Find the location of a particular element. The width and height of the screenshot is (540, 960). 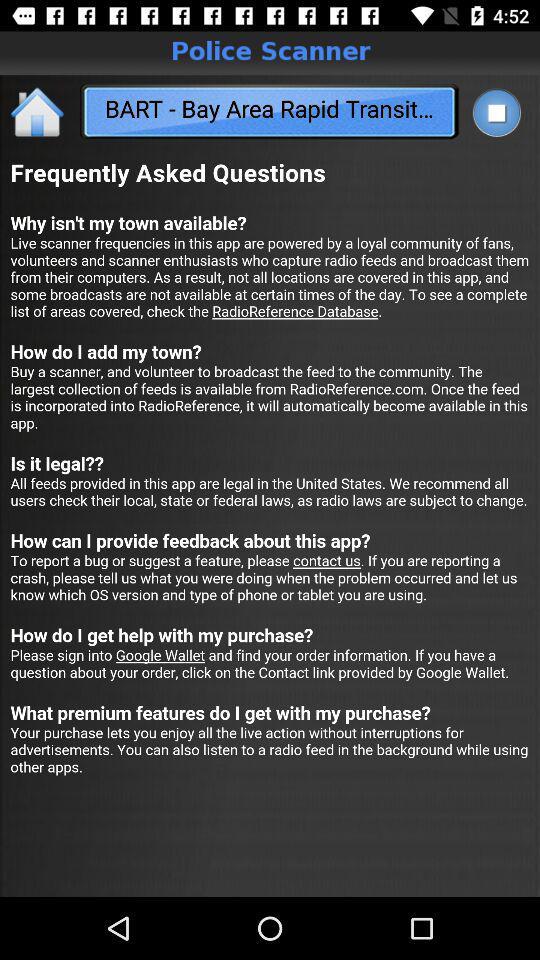

go home is located at coordinates (38, 111).